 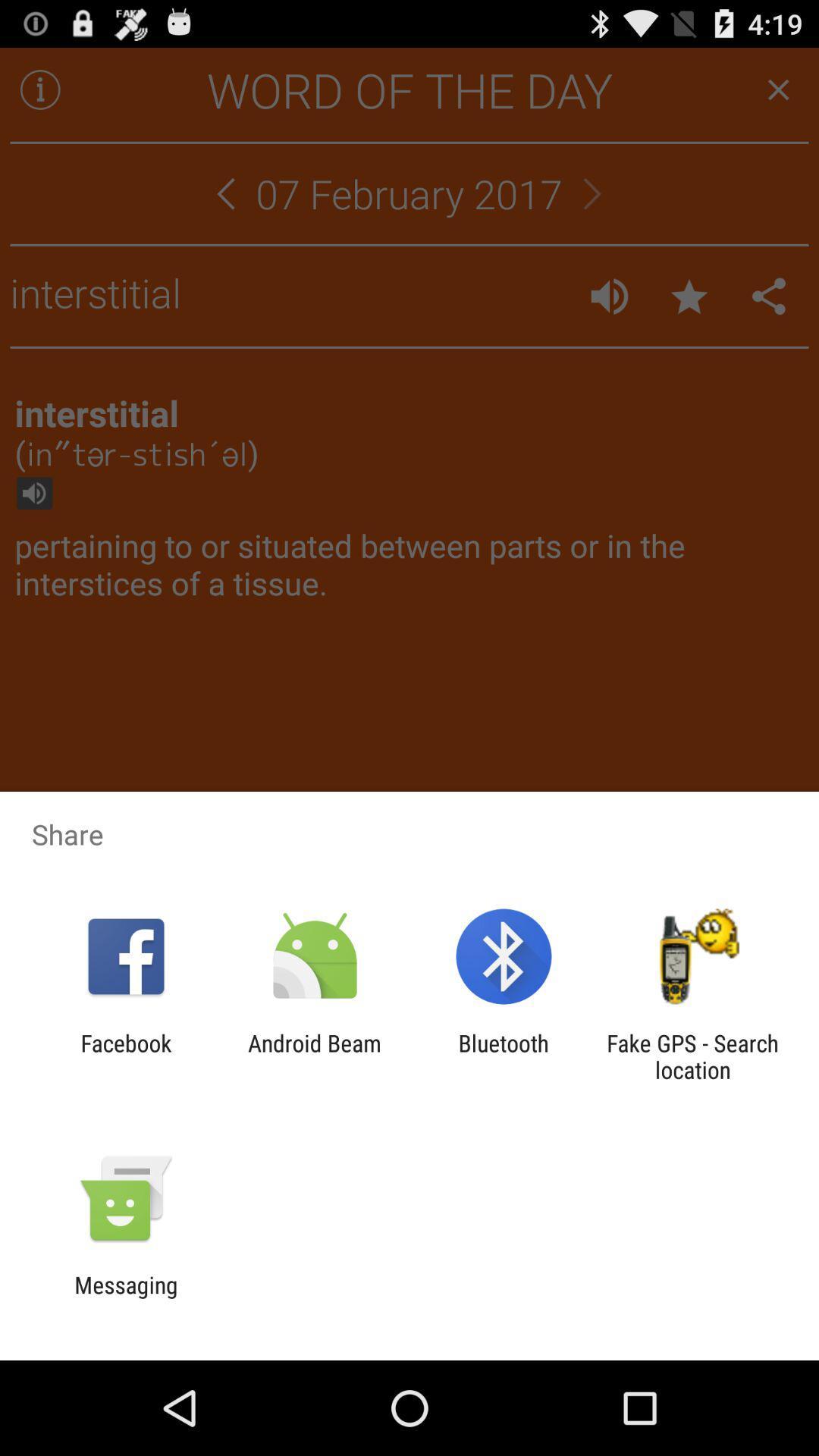 What do you see at coordinates (314, 1056) in the screenshot?
I see `android beam item` at bounding box center [314, 1056].